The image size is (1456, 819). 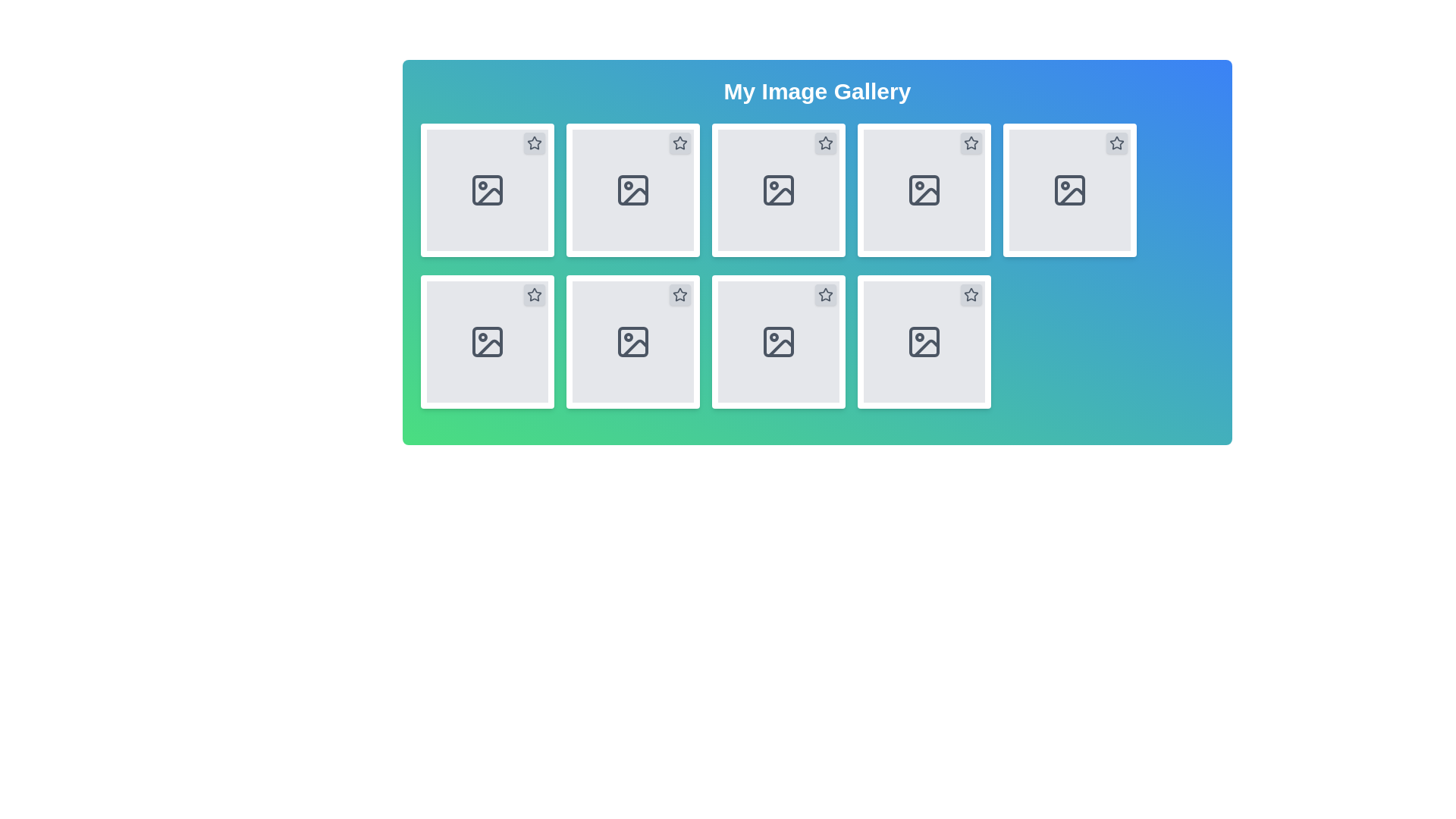 I want to click on the stylized icon resembling an image with a triangular overlay, which is located in the middle of a grid layout on the second row and third column, so click(x=781, y=348).